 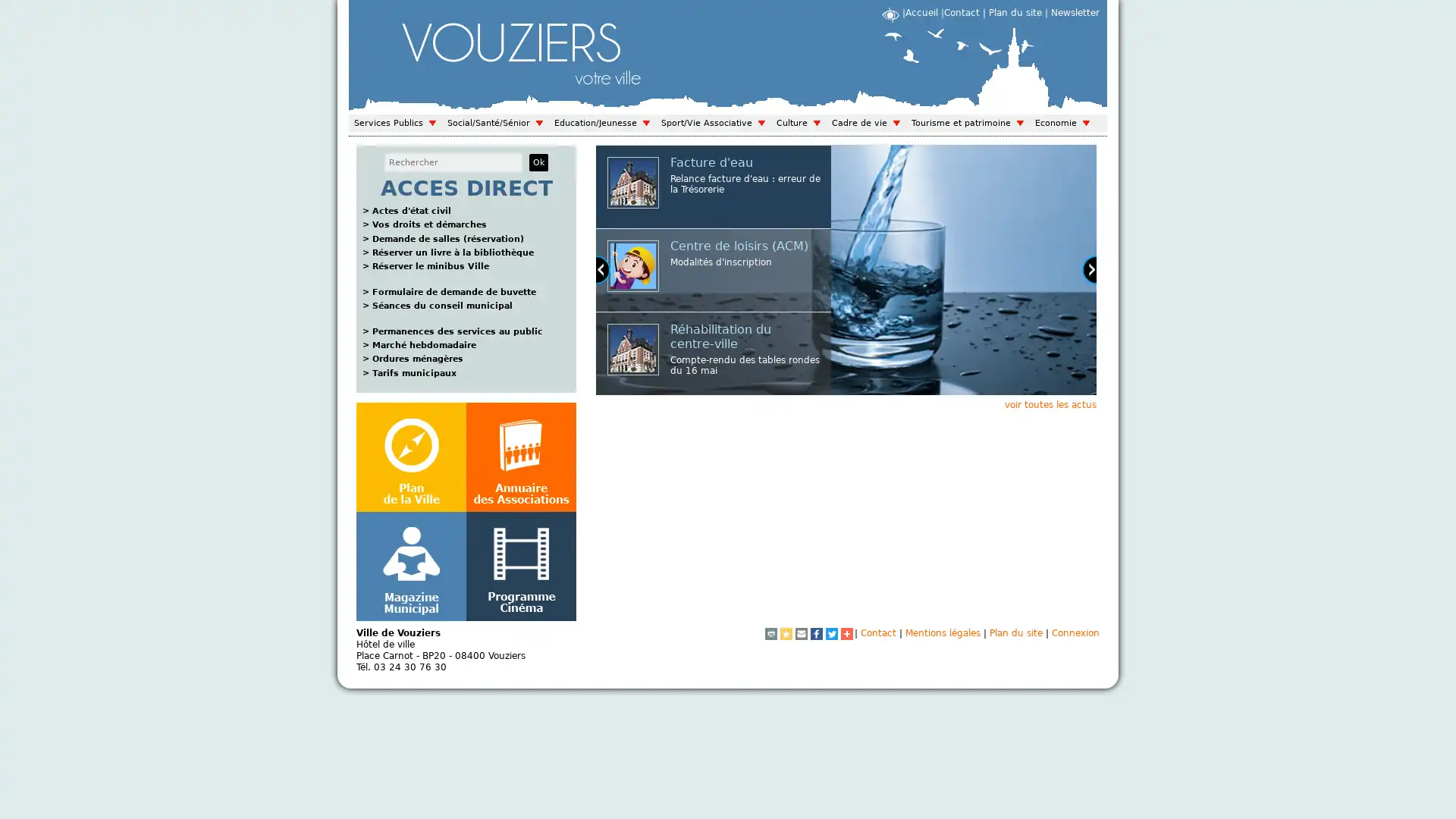 I want to click on Ok, so click(x=538, y=162).